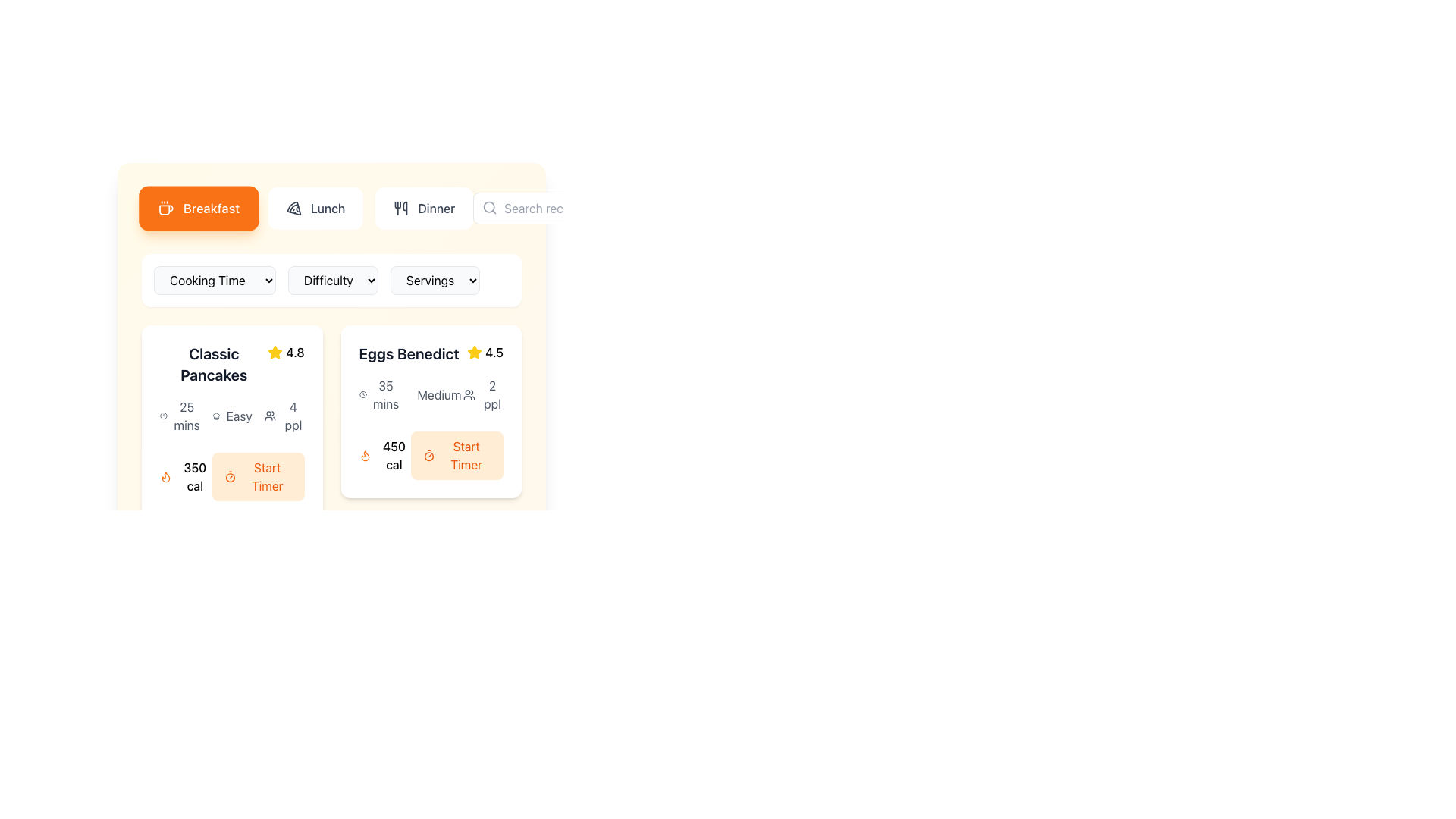 This screenshot has height=819, width=1456. I want to click on the yellow star icon indicating a rating next to the score '4.5' in the 'Eggs Benedict' card, so click(474, 353).